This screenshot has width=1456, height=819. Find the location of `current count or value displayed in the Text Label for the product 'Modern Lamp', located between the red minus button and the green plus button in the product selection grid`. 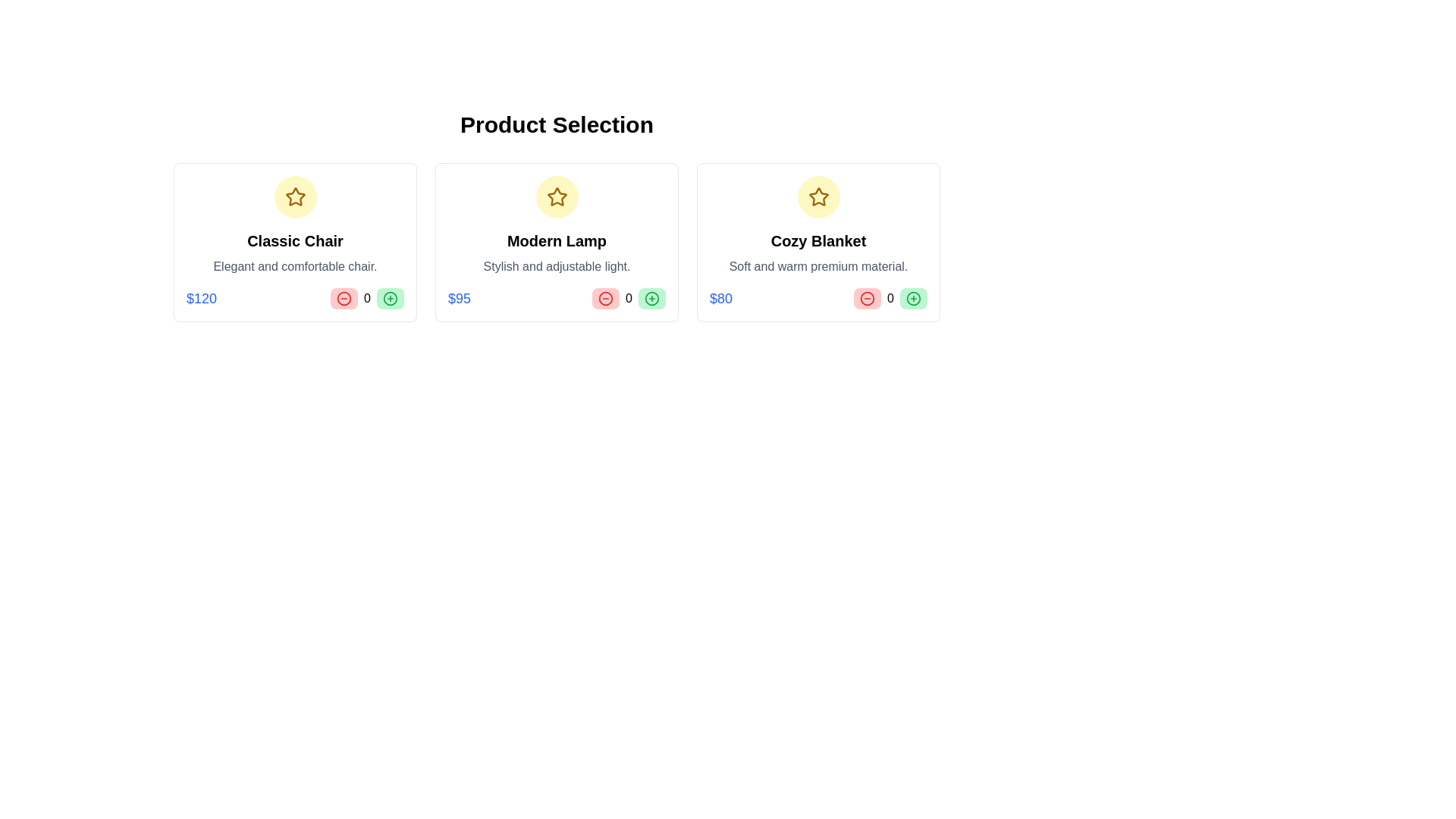

current count or value displayed in the Text Label for the product 'Modern Lamp', located between the red minus button and the green plus button in the product selection grid is located at coordinates (629, 298).